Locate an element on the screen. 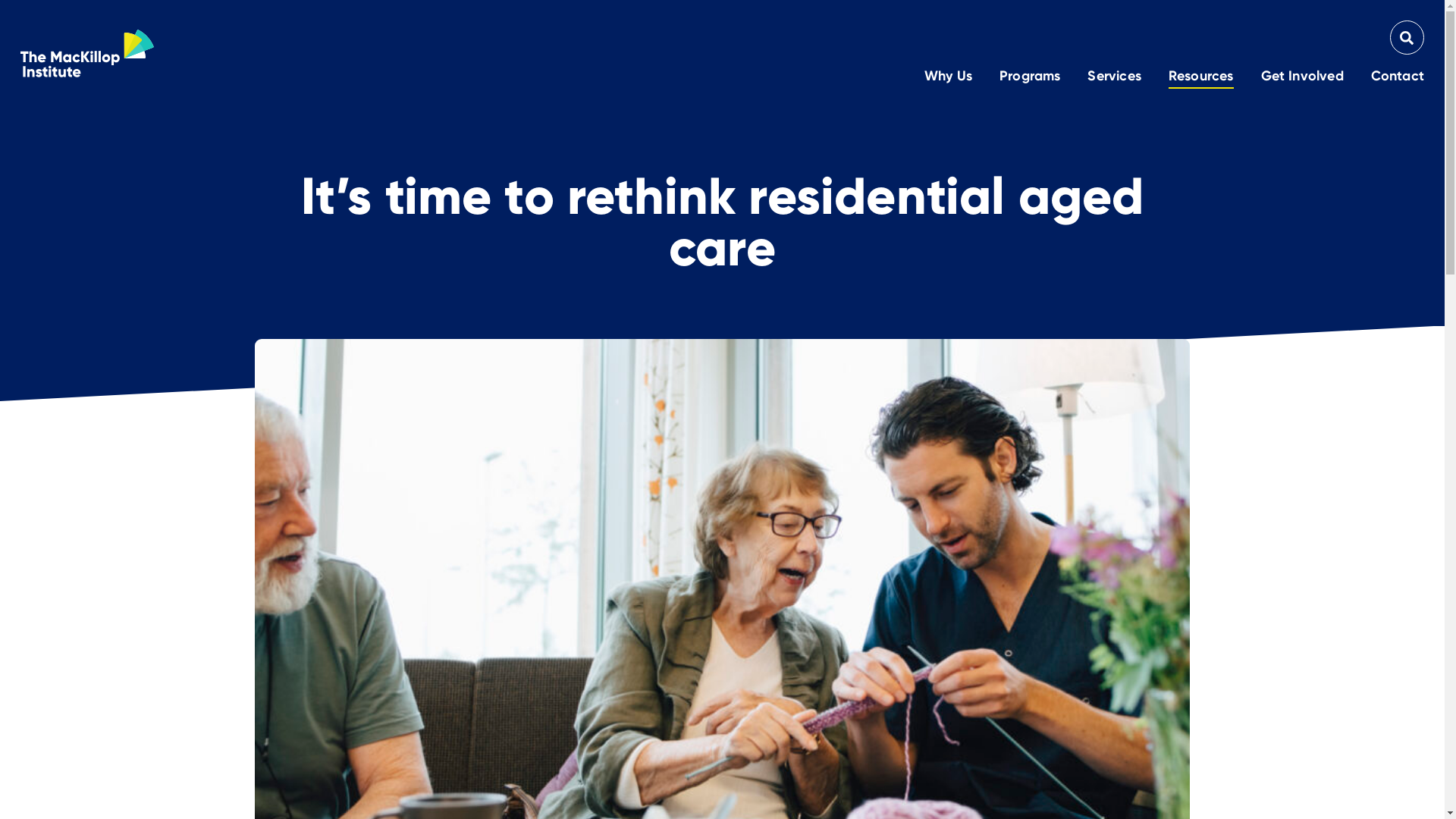 This screenshot has width=1456, height=819. 'Get Involved' is located at coordinates (1260, 77).